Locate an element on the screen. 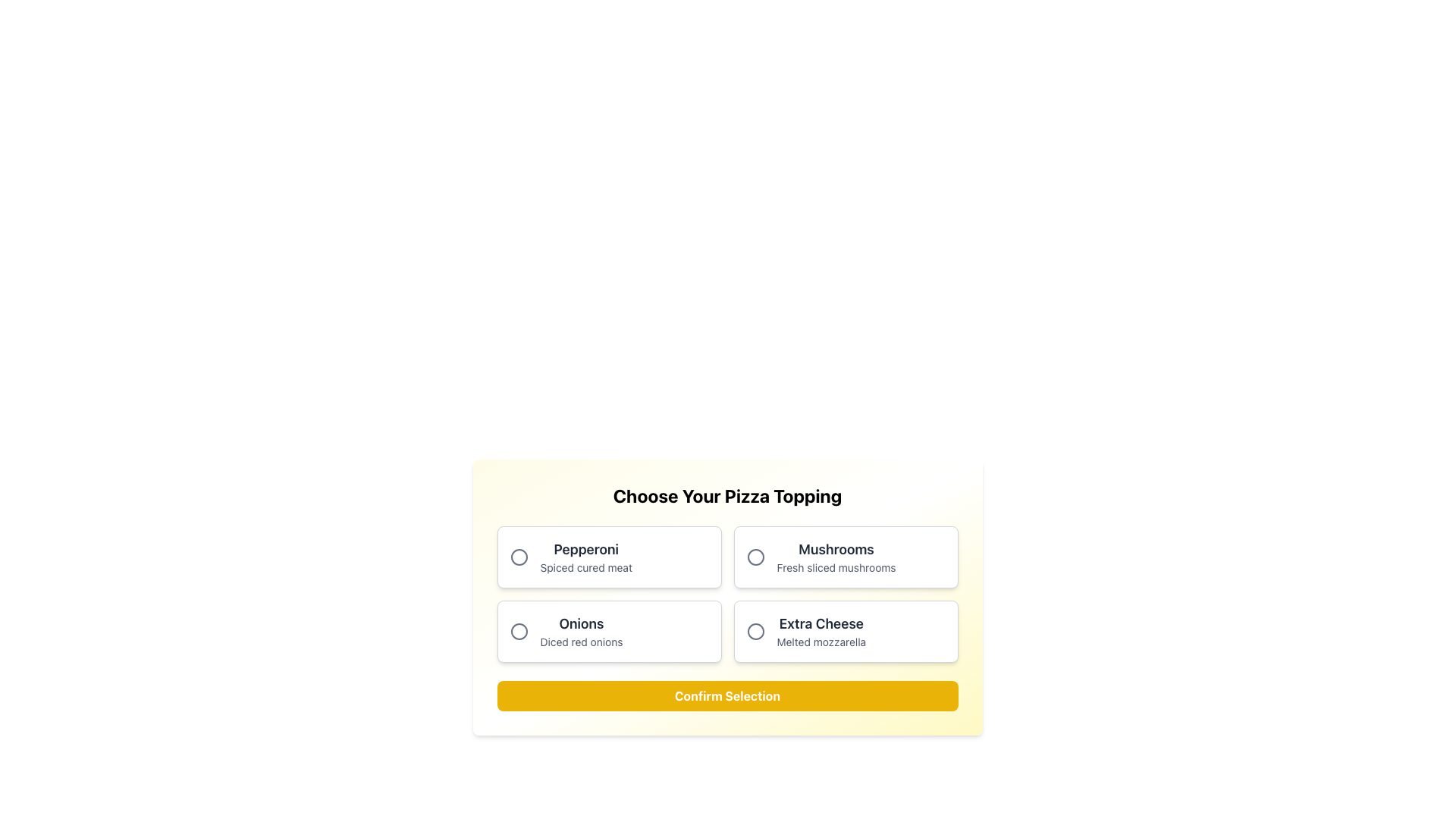  the circular icon indicating the selection status for the 'Mushrooms' topping, which is located on the right side of the toppings interface as the second option in the top row is located at coordinates (755, 557).